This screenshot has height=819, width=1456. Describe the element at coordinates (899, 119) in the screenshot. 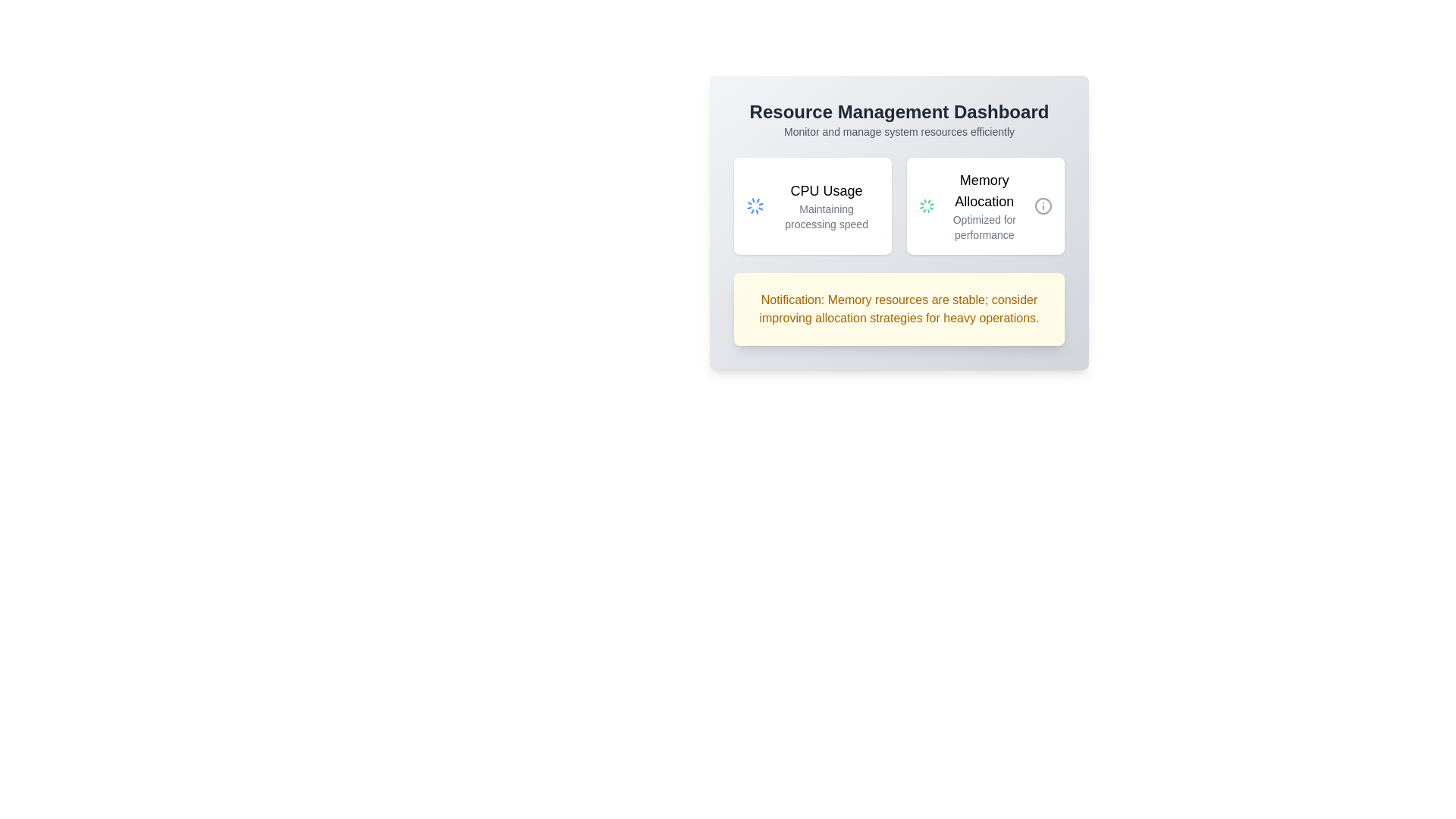

I see `the header text block titled 'Resource Management Dashboard' with subtitle 'Monitor and manage system resources efficiently', which is centrally aligned at the top of the card-layout component` at that location.